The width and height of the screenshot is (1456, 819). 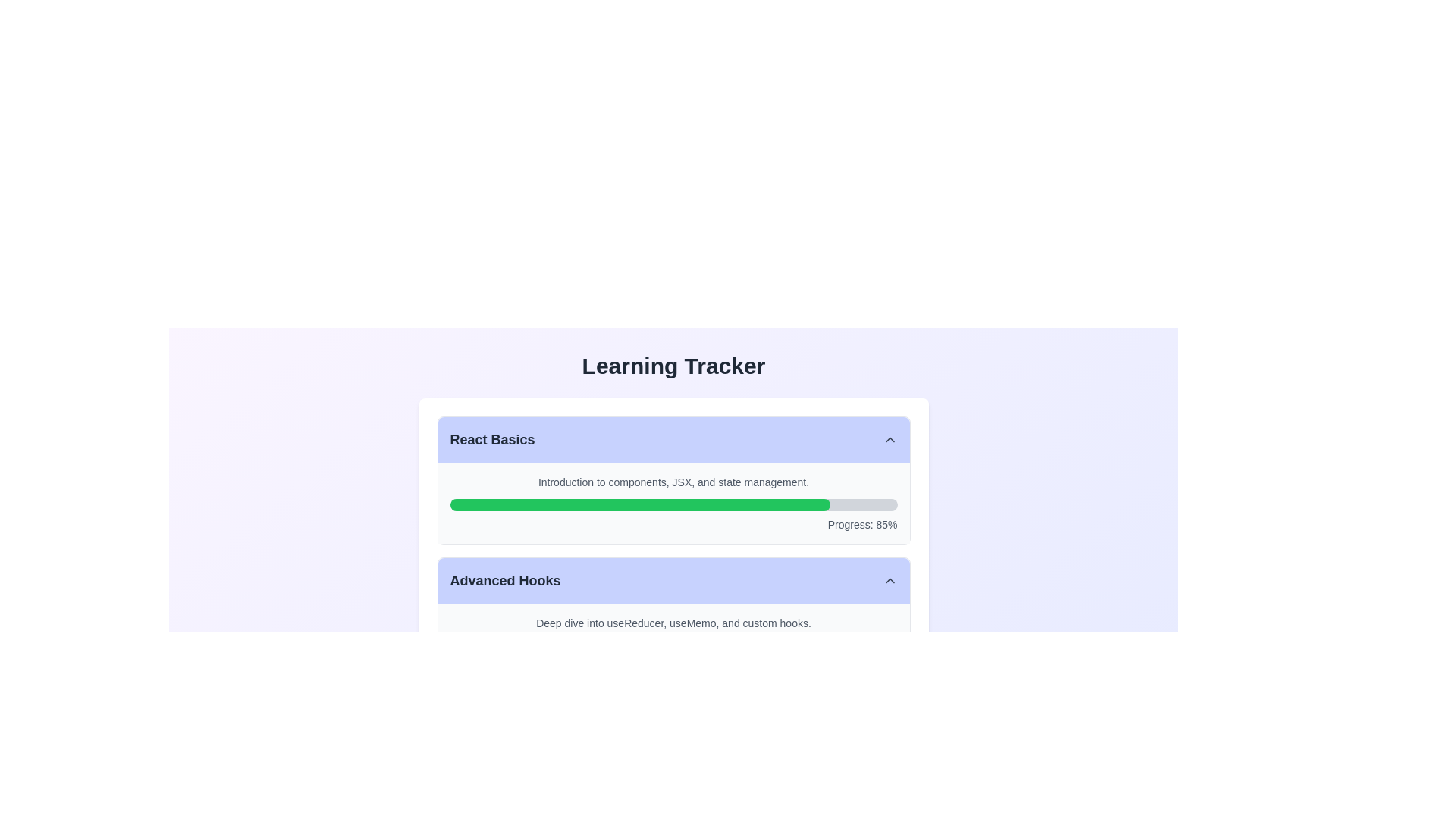 What do you see at coordinates (673, 623) in the screenshot?
I see `the text element providing a summary of the 'Advanced Hooks' module, located above the progress bar` at bounding box center [673, 623].